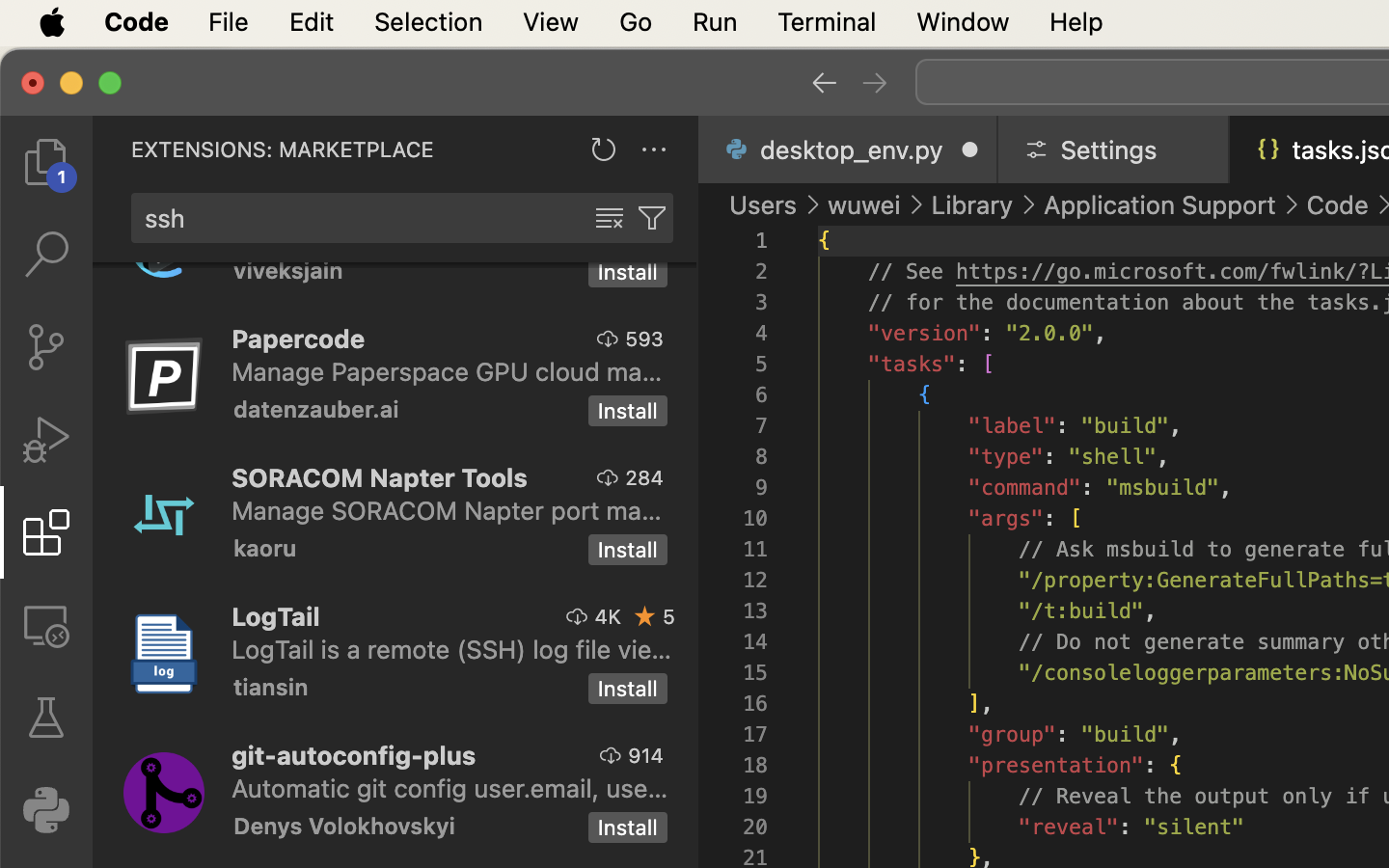 Image resolution: width=1389 pixels, height=868 pixels. What do you see at coordinates (875, 82) in the screenshot?
I see `''` at bounding box center [875, 82].